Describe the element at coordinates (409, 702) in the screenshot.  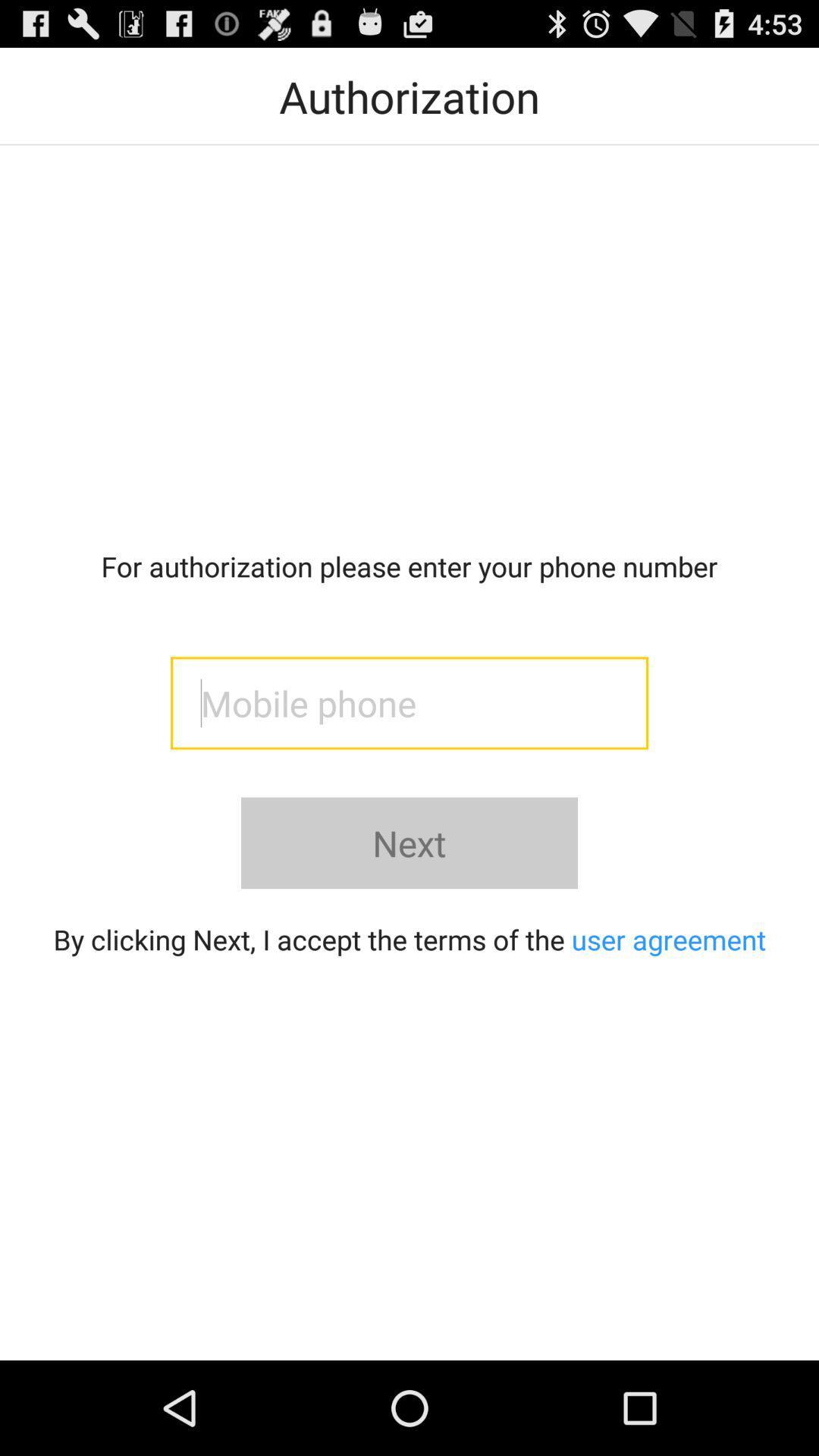
I see `your phone number` at that location.